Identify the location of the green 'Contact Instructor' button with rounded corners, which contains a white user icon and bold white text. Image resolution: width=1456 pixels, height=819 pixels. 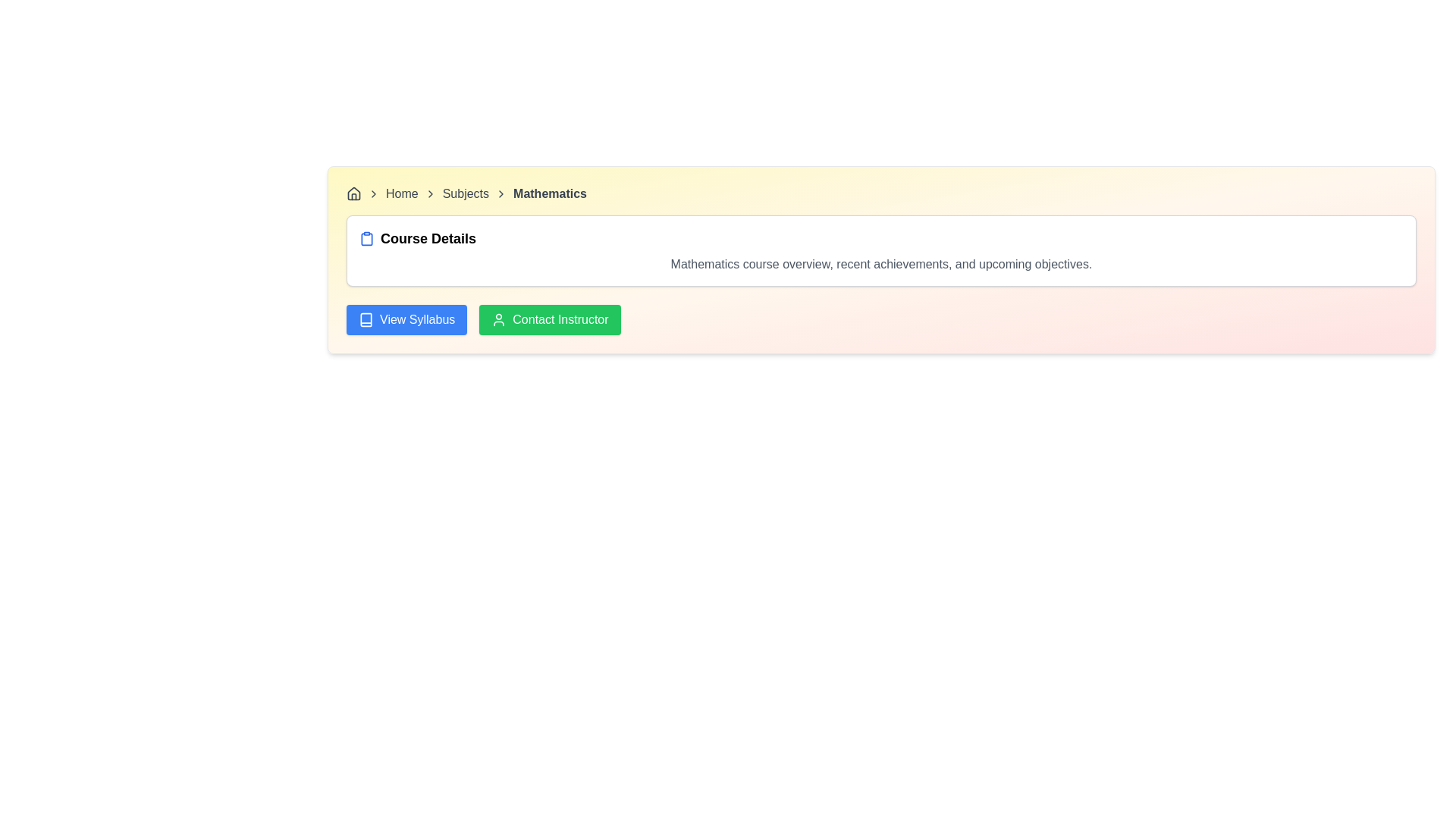
(549, 318).